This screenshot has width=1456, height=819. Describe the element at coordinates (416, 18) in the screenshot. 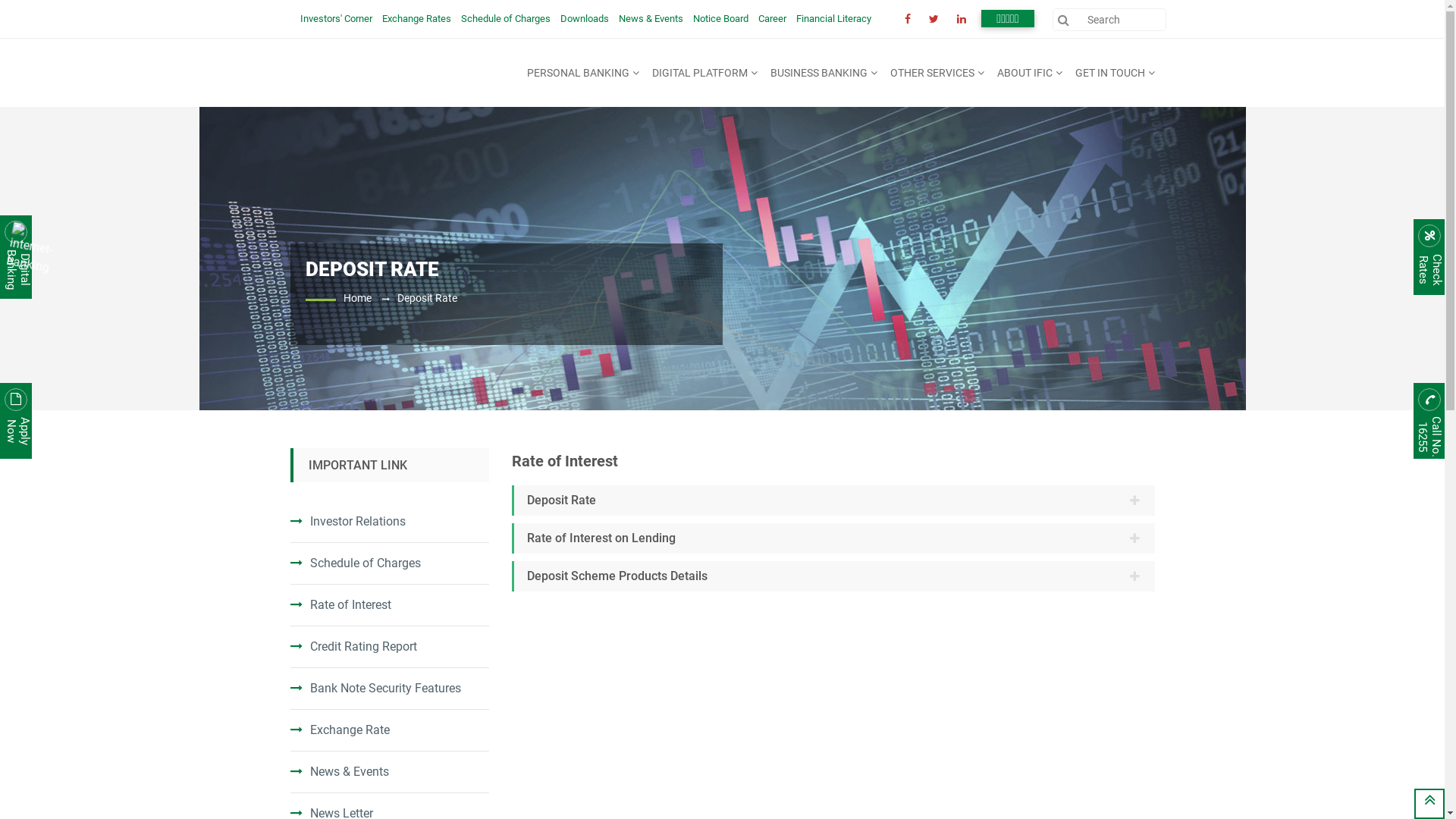

I see `'Exchange Rates'` at that location.